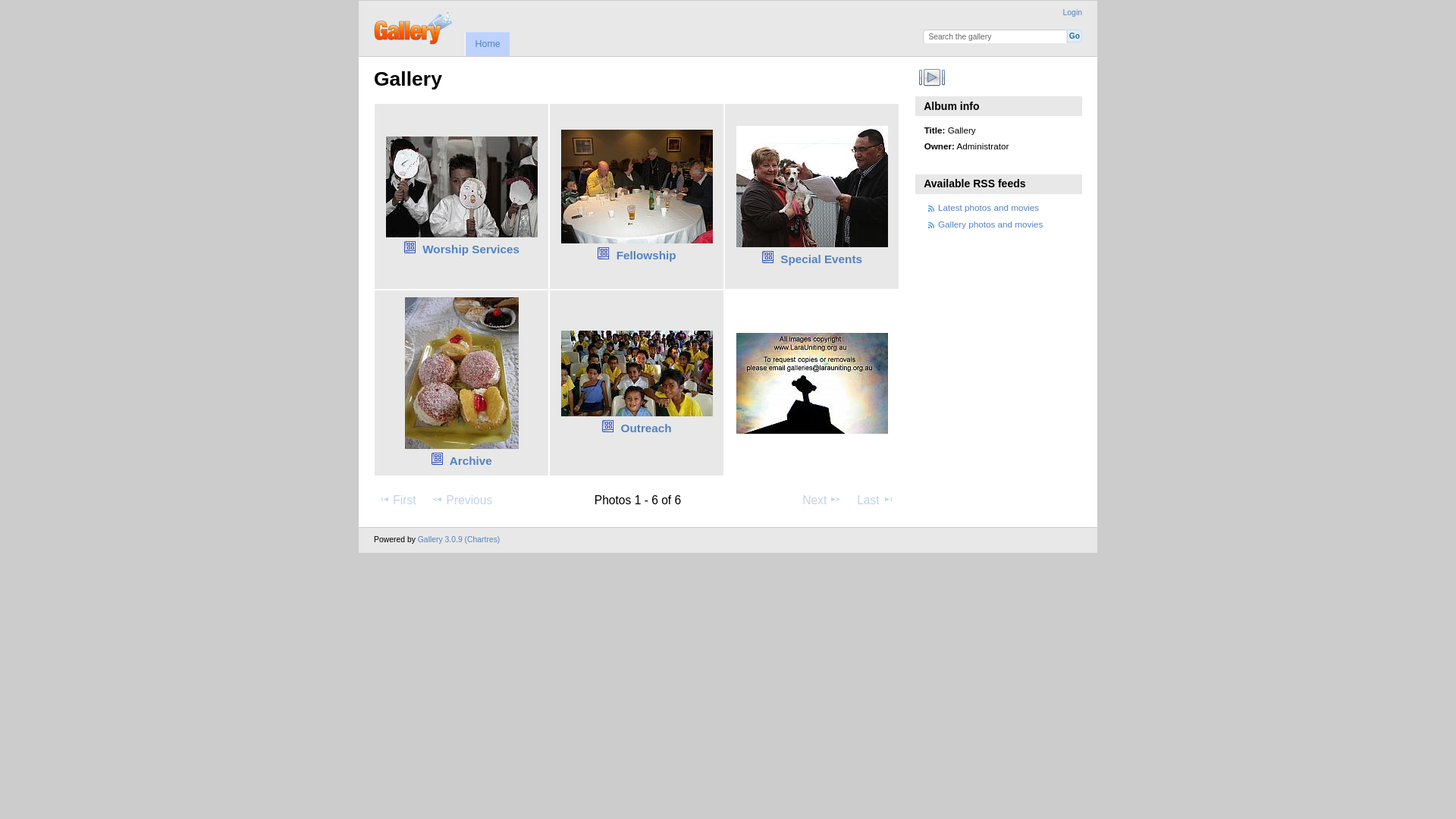  What do you see at coordinates (931, 77) in the screenshot?
I see `'View slideshow'` at bounding box center [931, 77].